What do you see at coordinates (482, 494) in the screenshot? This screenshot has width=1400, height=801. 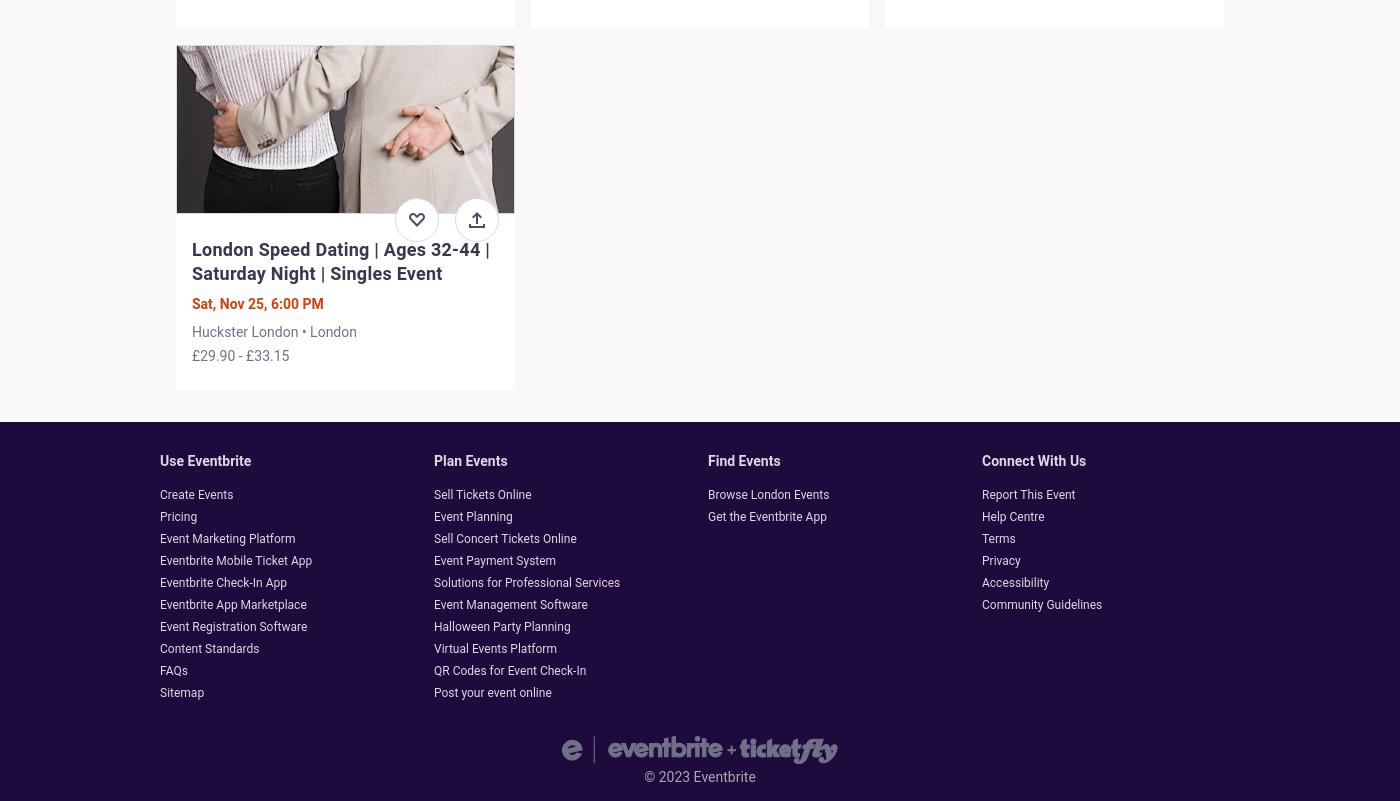 I see `'Sell Tickets Online'` at bounding box center [482, 494].